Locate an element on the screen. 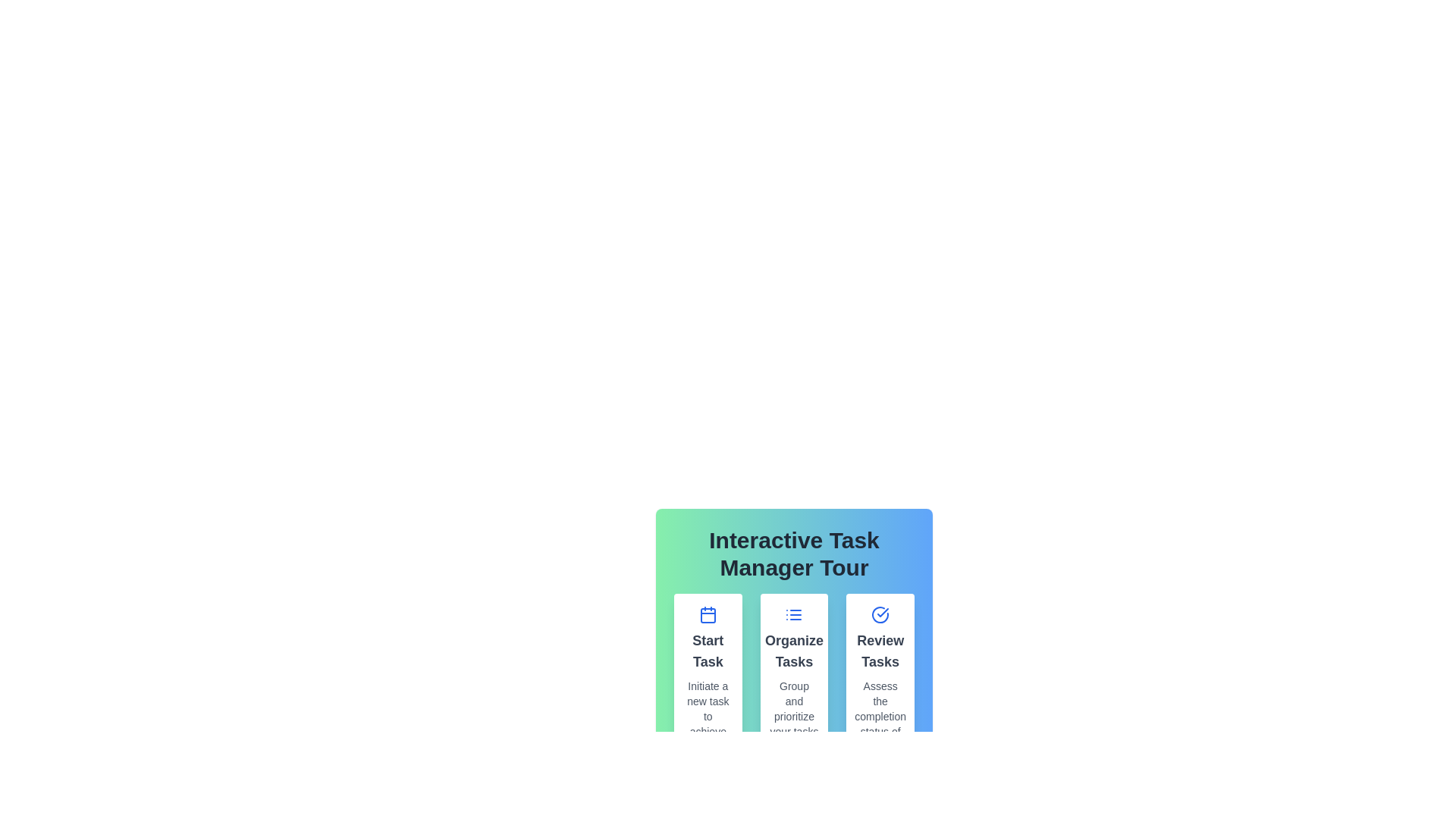 This screenshot has height=819, width=1456. the feature associated with the text block that states 'Group is located at coordinates (793, 717).